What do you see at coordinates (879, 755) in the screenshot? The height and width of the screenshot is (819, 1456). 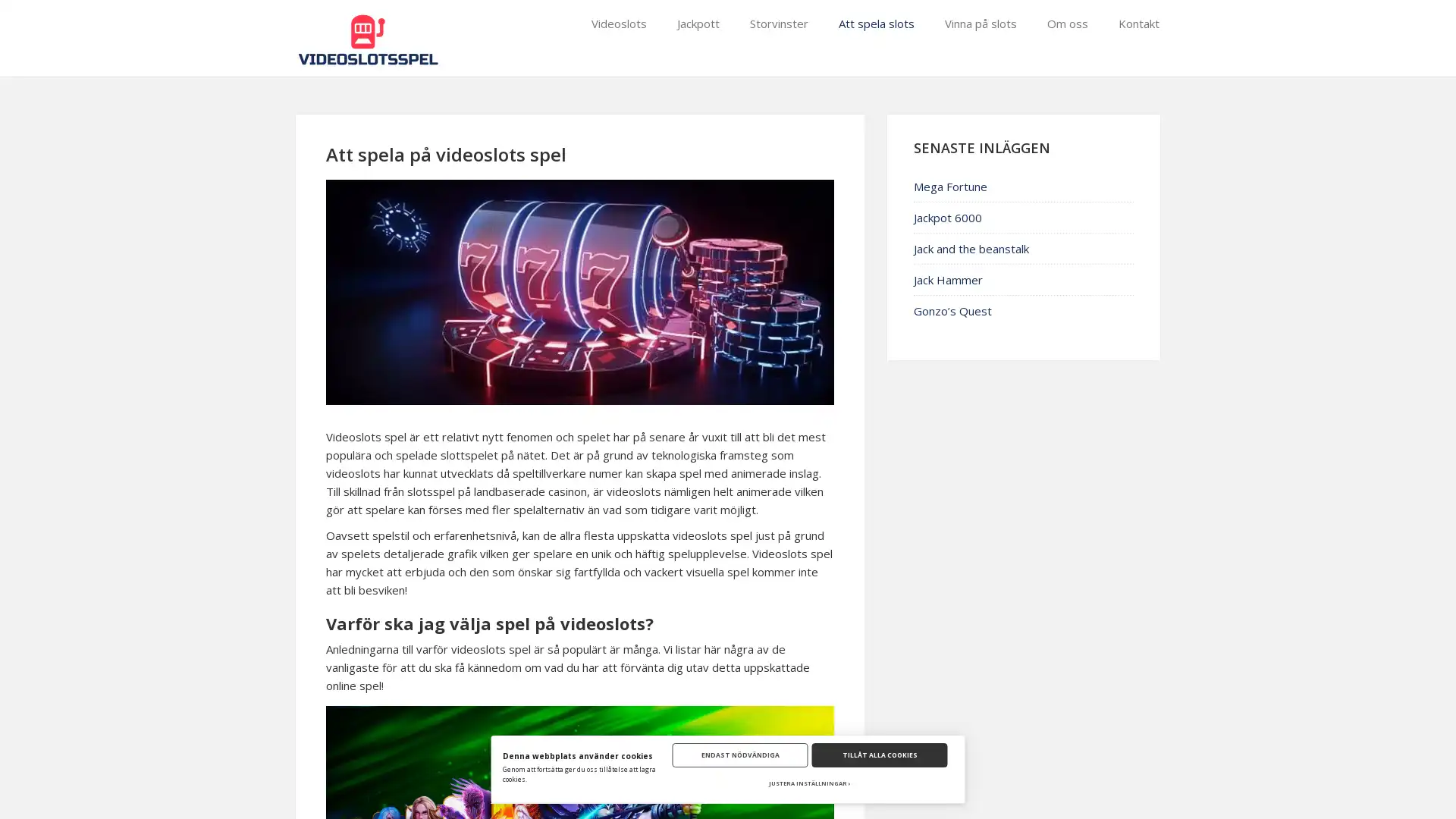 I see `TILLAT ALLA COOKIES` at bounding box center [879, 755].